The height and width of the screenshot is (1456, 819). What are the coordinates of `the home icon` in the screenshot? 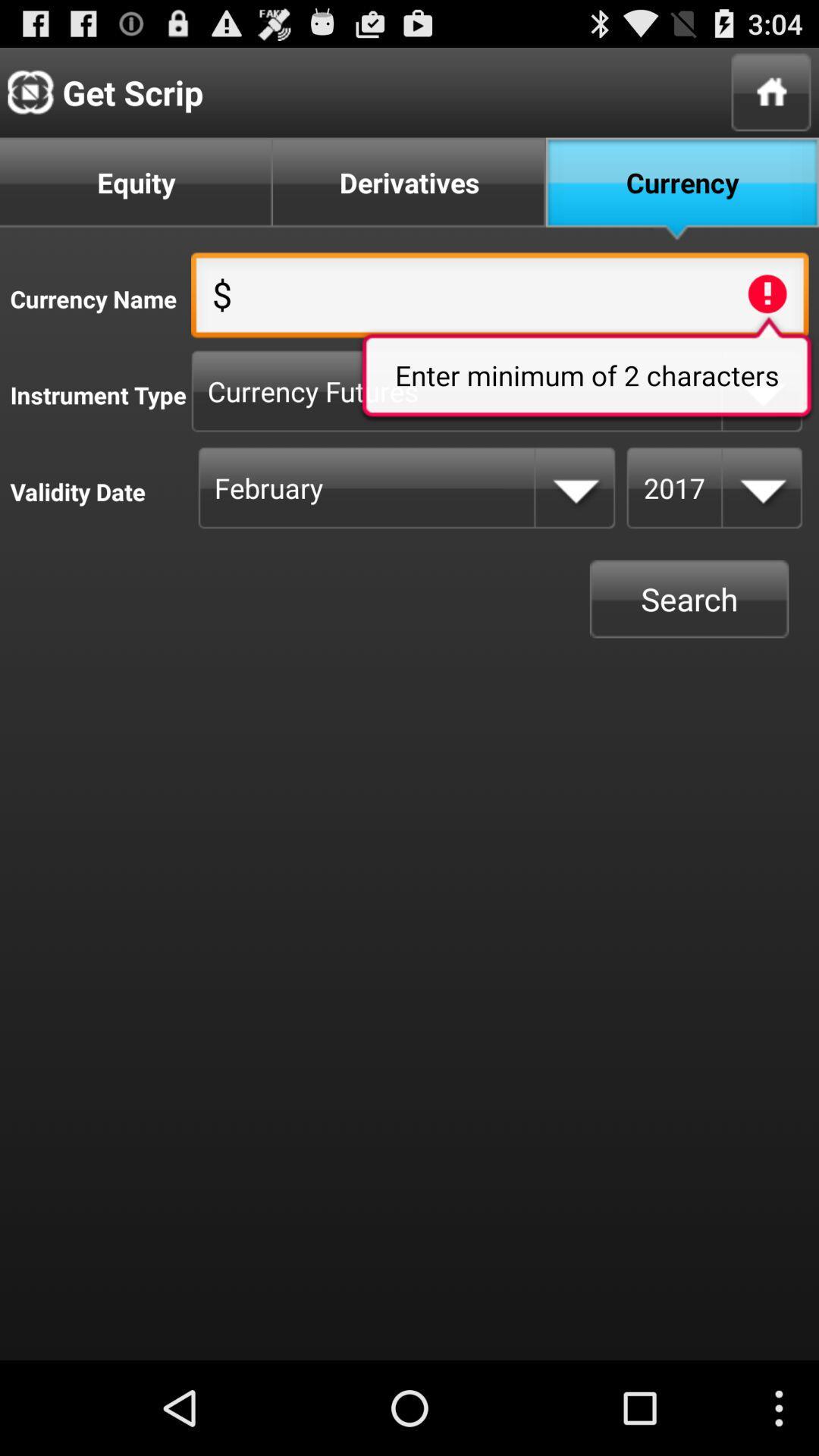 It's located at (771, 98).